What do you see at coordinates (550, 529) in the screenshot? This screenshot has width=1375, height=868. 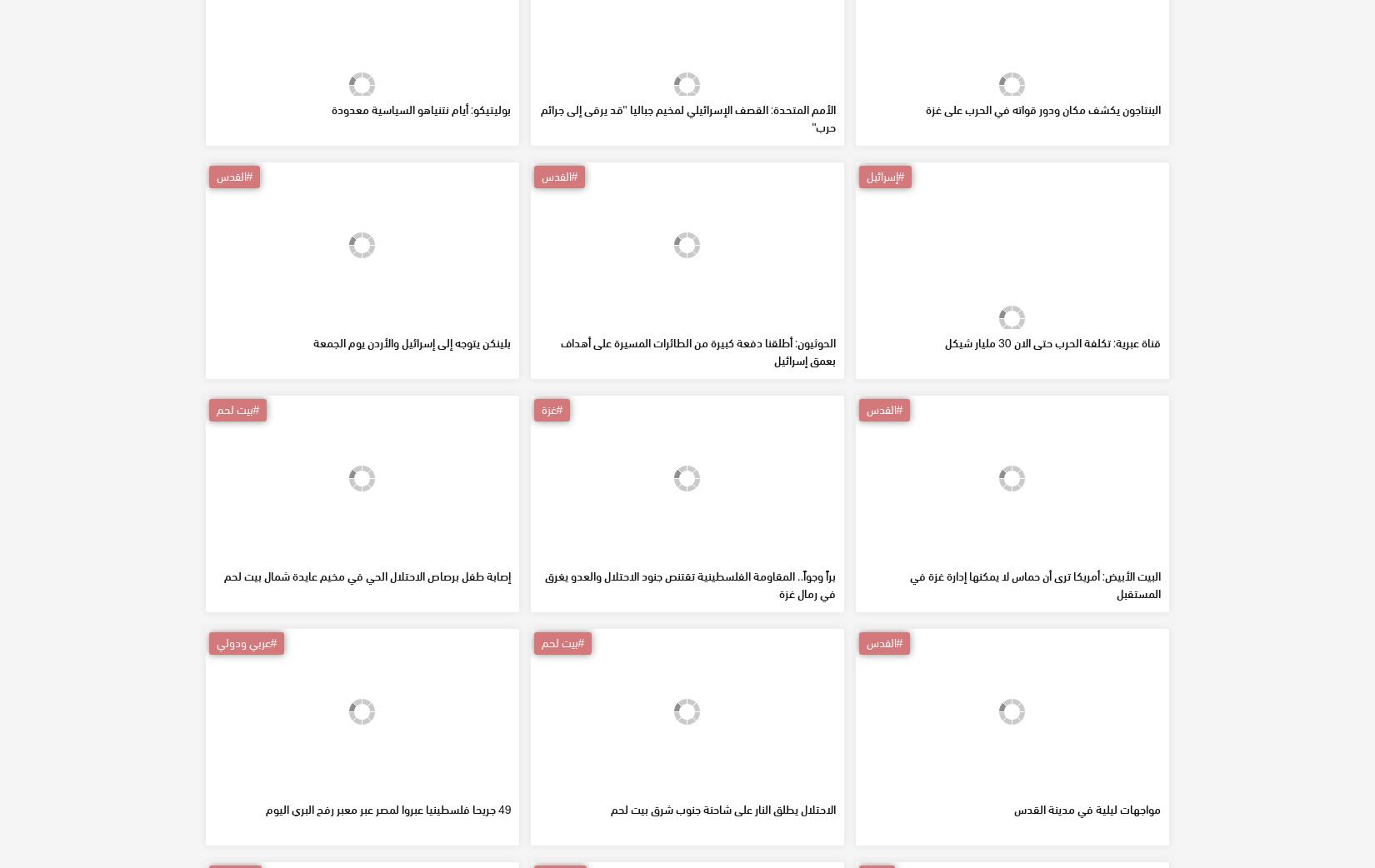 I see `'#غزة'` at bounding box center [550, 529].